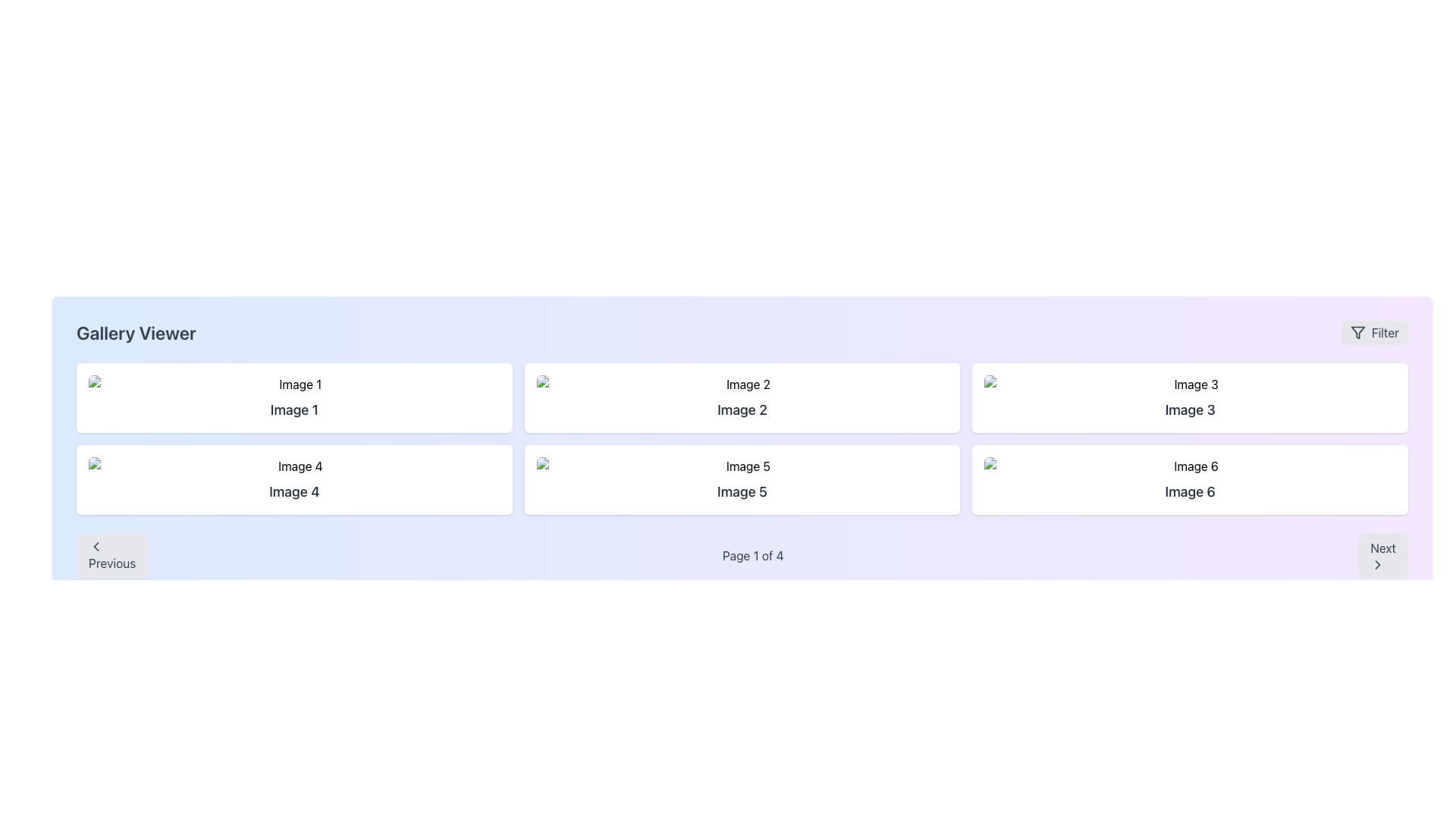 Image resolution: width=1456 pixels, height=819 pixels. Describe the element at coordinates (753, 555) in the screenshot. I see `the informational text label that indicates the user's current position in a paginated series, located centrally between the 'Previous' and 'Next' buttons` at that location.